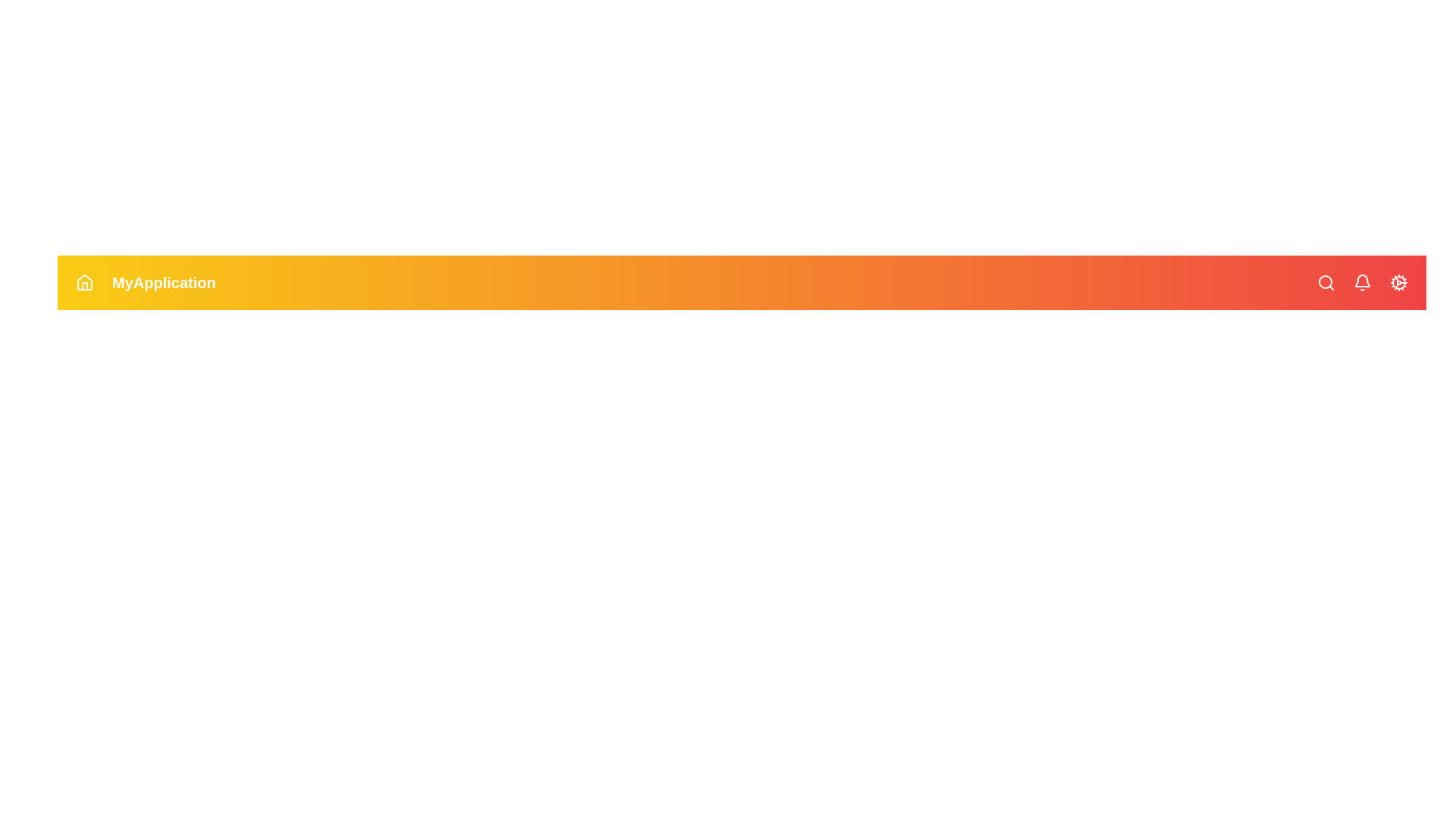 This screenshot has width=1456, height=819. Describe the element at coordinates (1362, 283) in the screenshot. I see `the bell-shaped icon located in the top-right corner of the interface` at that location.